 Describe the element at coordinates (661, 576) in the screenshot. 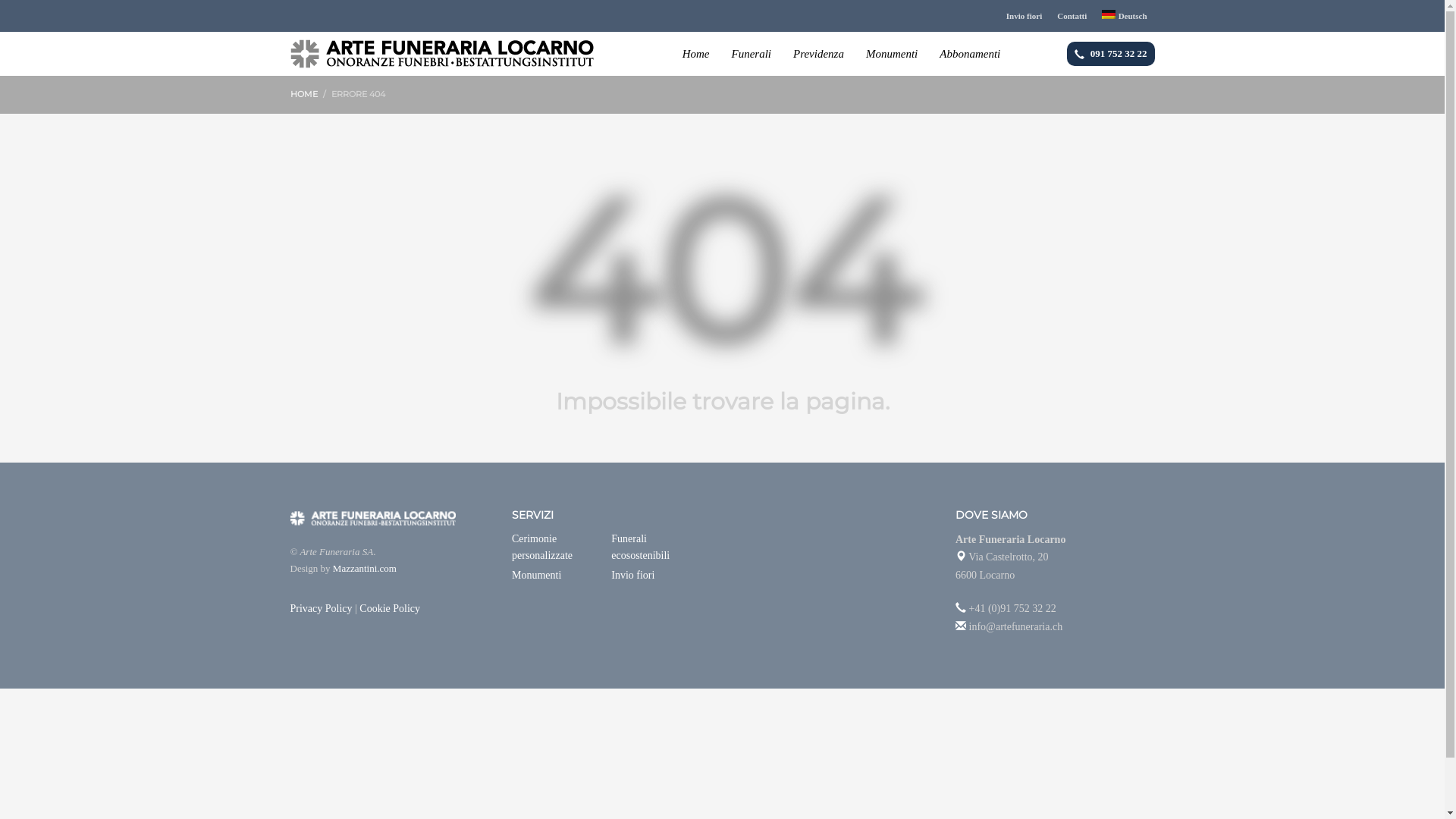

I see `'Invio fiori'` at that location.